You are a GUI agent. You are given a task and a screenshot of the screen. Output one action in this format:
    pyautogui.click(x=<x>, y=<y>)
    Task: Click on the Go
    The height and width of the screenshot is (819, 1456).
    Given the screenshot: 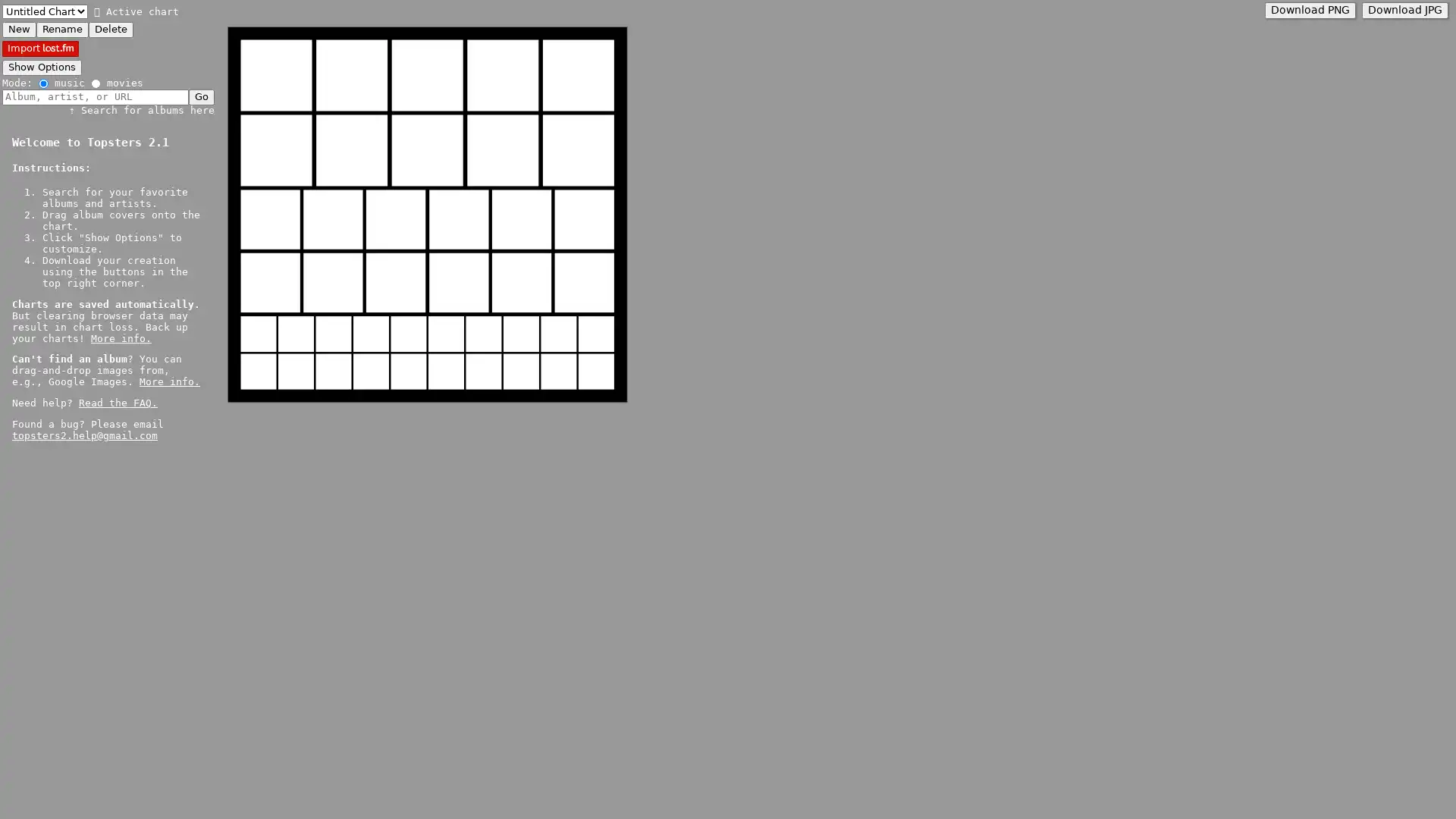 What is the action you would take?
    pyautogui.click(x=200, y=97)
    